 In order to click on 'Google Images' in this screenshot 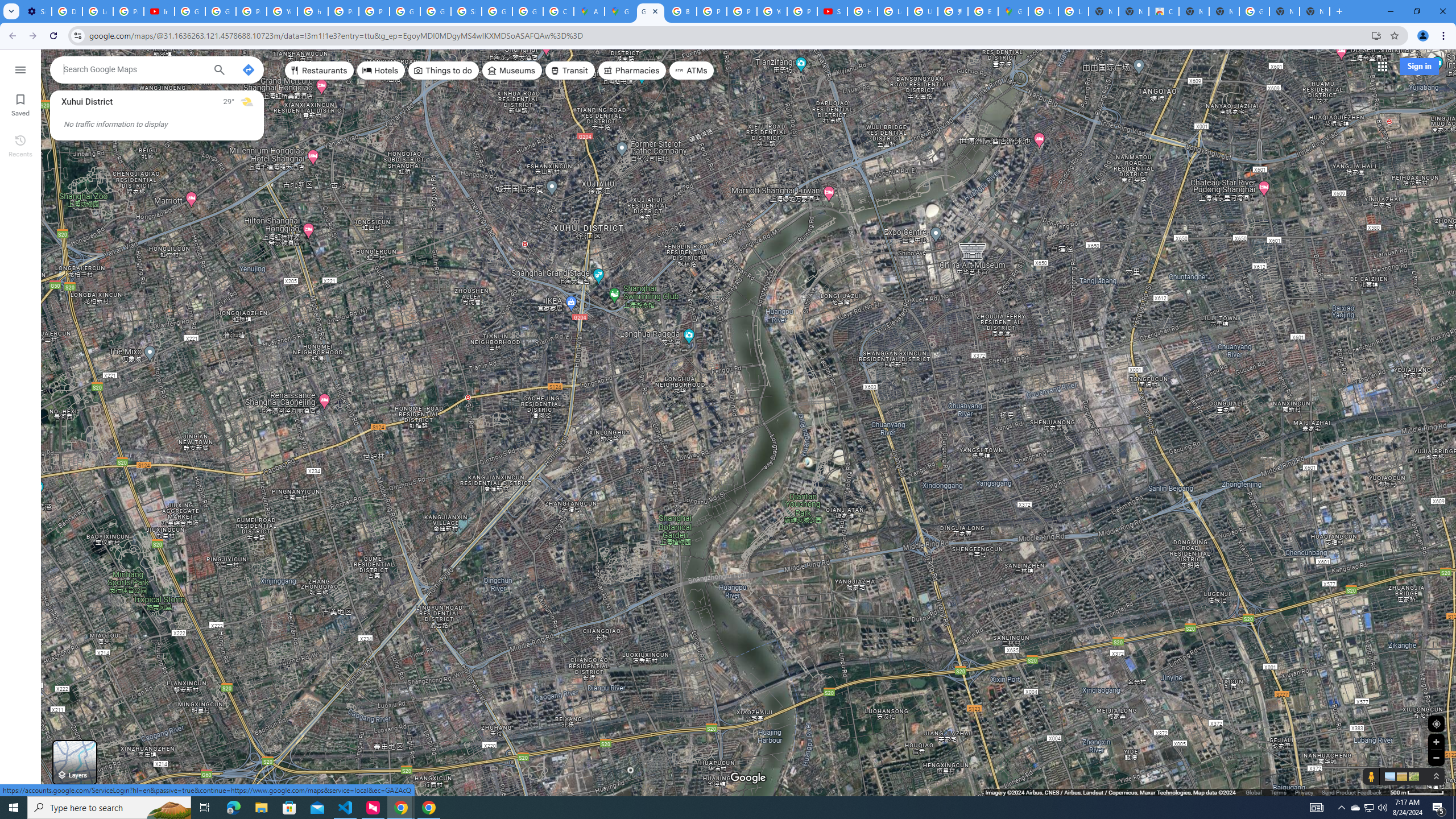, I will do `click(1254, 11)`.